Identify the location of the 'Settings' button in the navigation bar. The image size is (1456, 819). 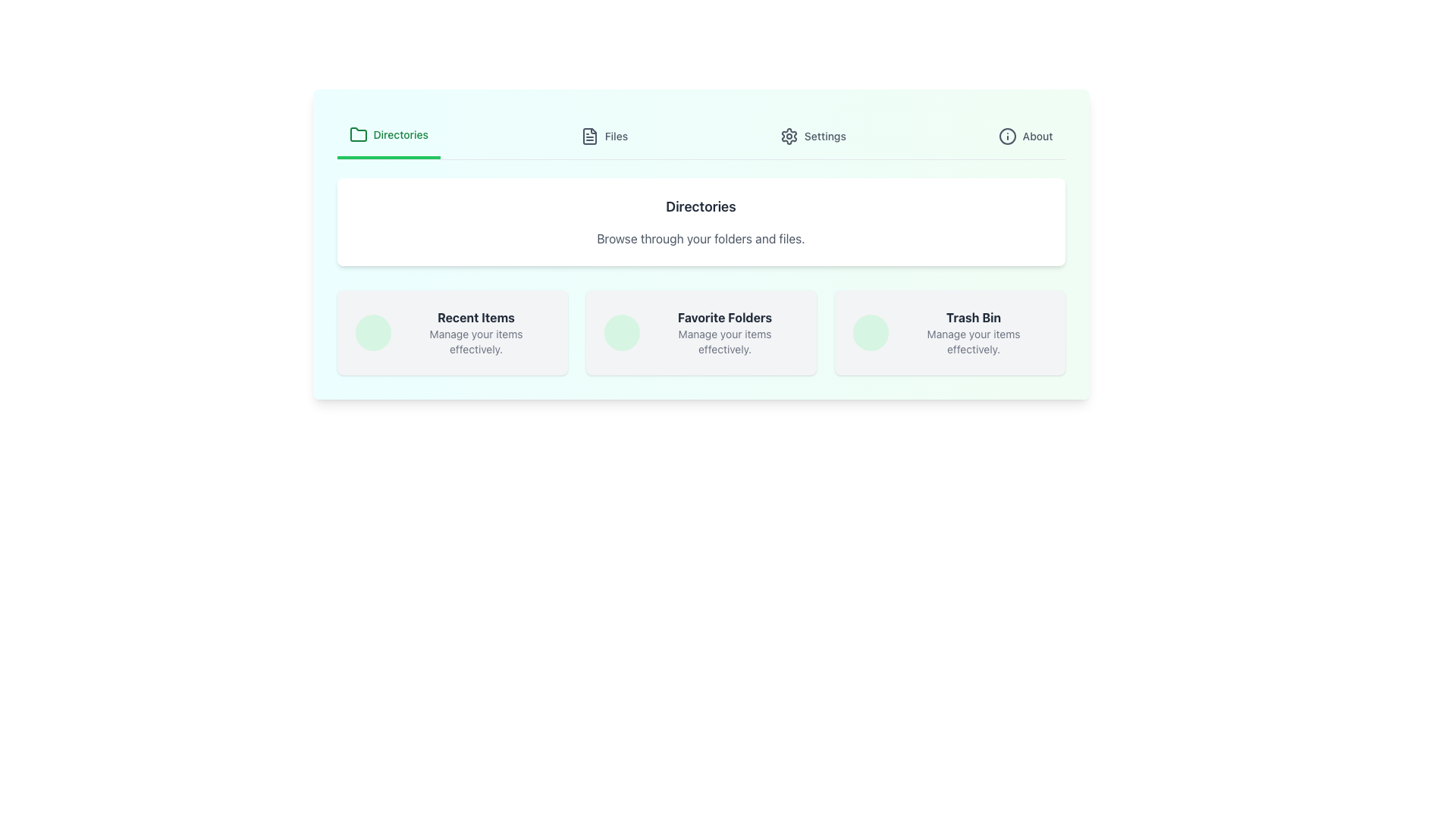
(812, 136).